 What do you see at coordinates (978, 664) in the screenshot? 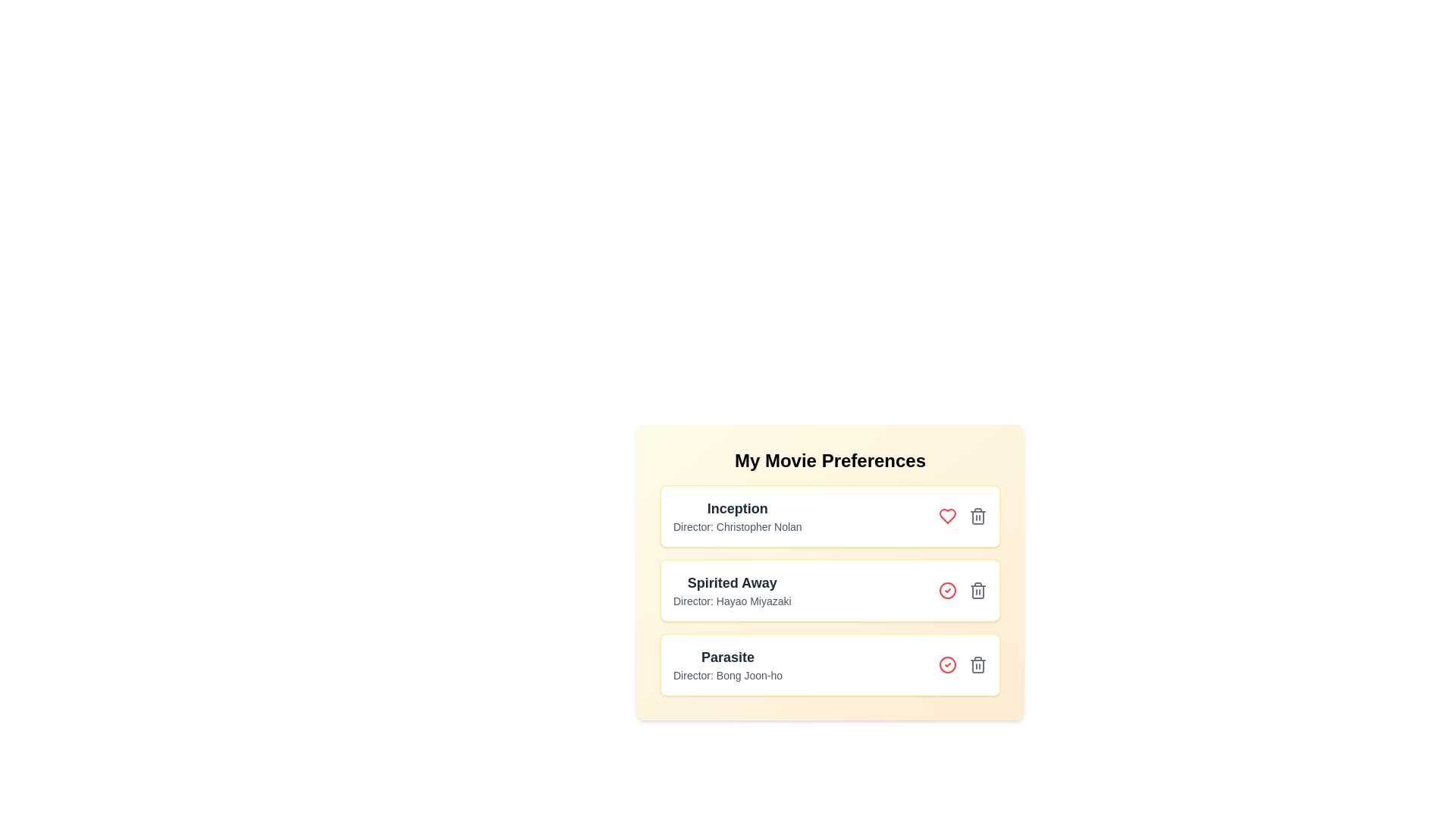
I see `the movie titled Parasite from the list by clicking its delete button` at bounding box center [978, 664].